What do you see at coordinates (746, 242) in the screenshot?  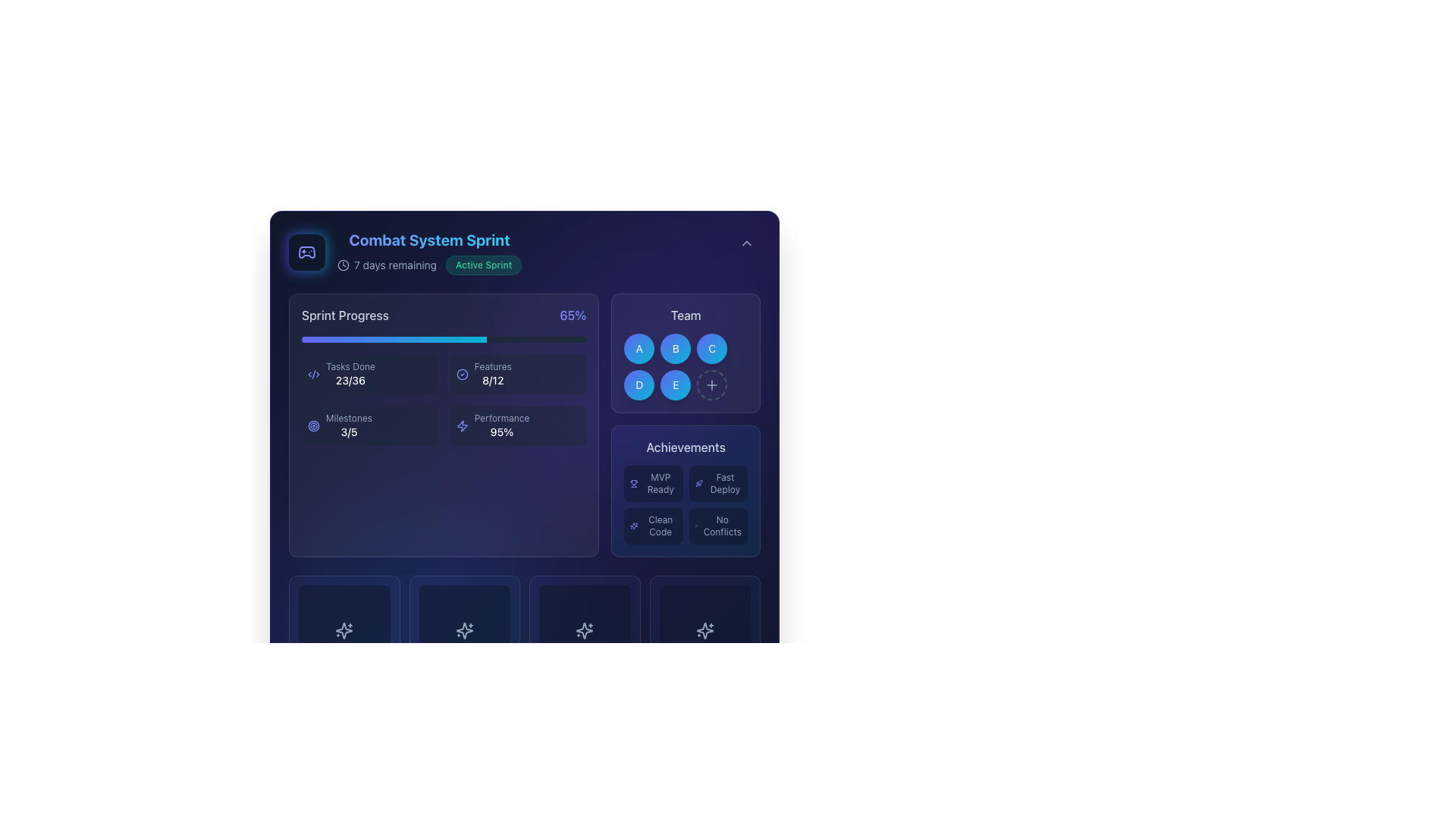 I see `the upward-facing arrow icon button in the top-right corner of the 'Combat System Sprint' interface to trigger the visual feedback effect` at bounding box center [746, 242].